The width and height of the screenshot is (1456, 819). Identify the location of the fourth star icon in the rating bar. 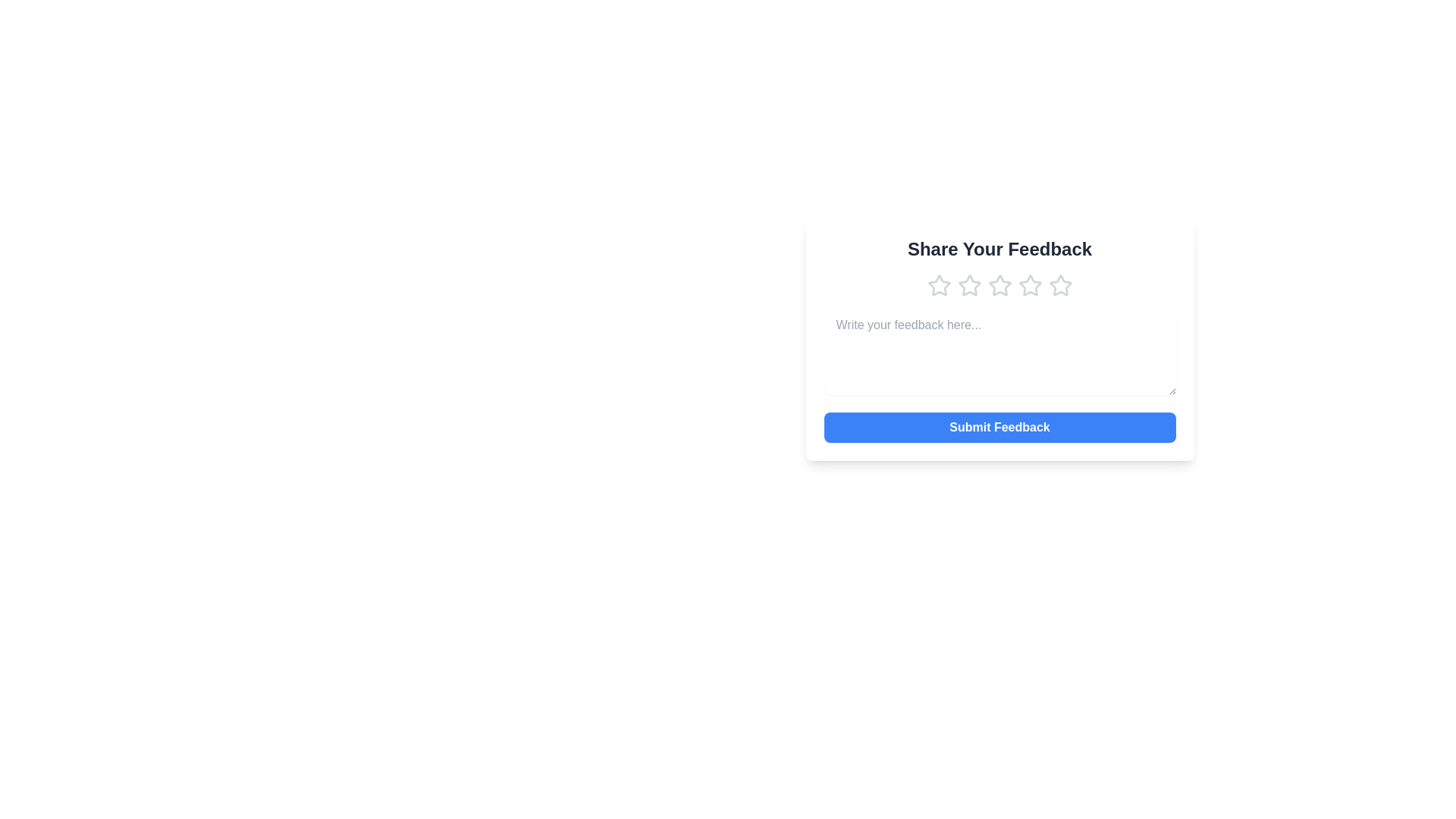
(1030, 284).